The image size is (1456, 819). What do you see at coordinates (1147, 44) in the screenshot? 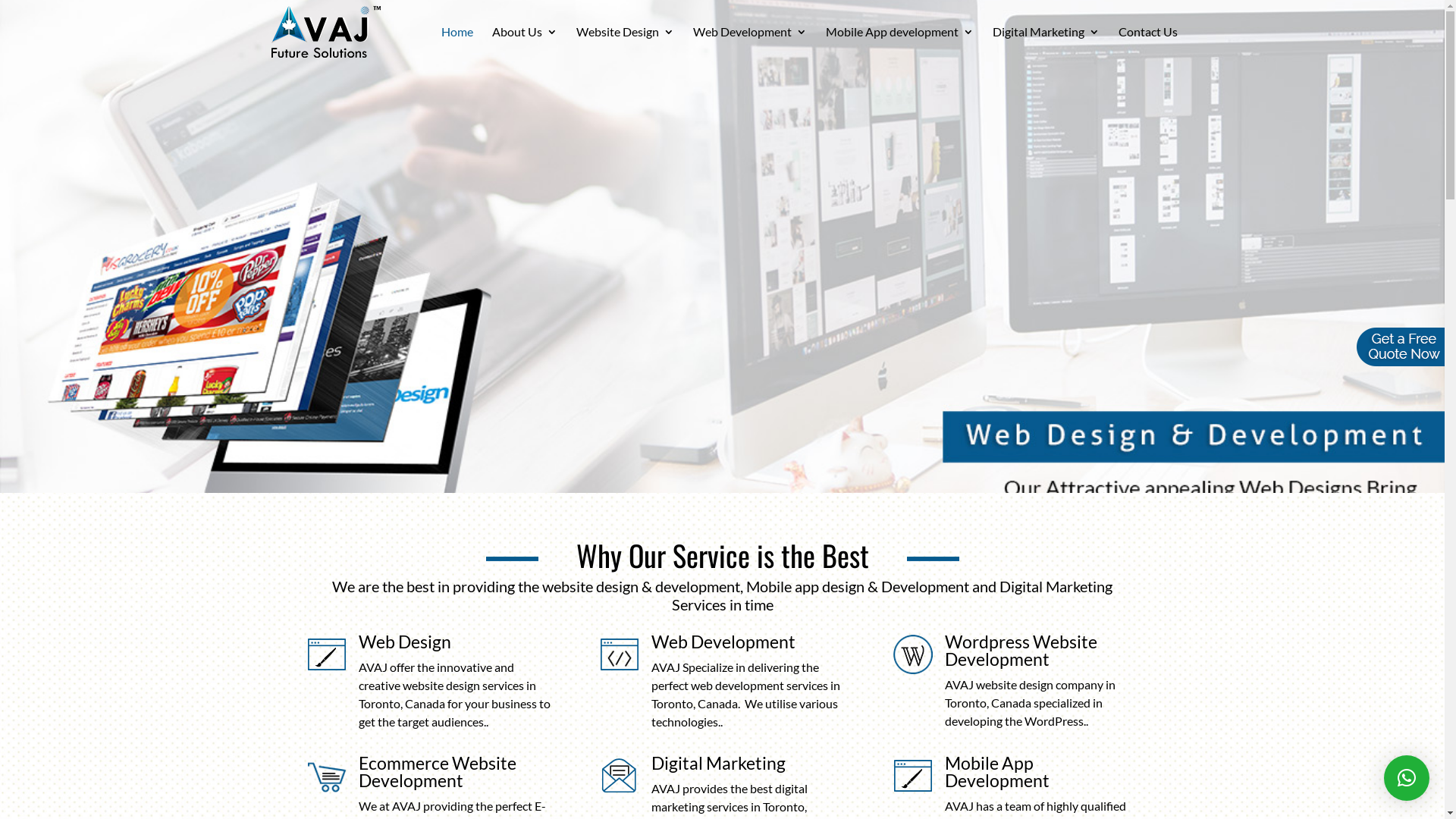
I see `'Contact Us'` at bounding box center [1147, 44].